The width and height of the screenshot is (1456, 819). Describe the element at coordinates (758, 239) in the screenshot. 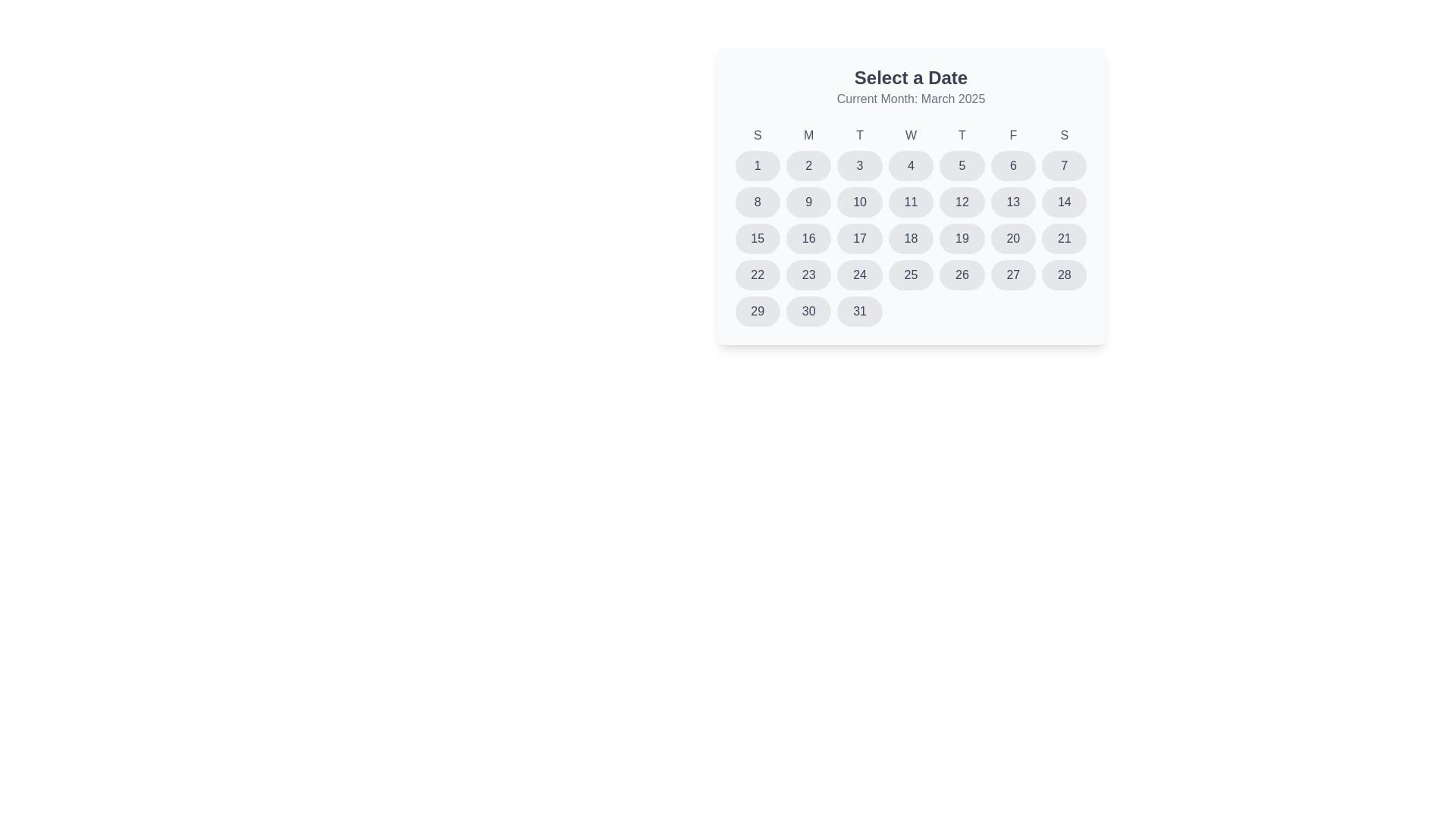

I see `the selectable date button representing the 15th day of the month in the calendar interface` at that location.